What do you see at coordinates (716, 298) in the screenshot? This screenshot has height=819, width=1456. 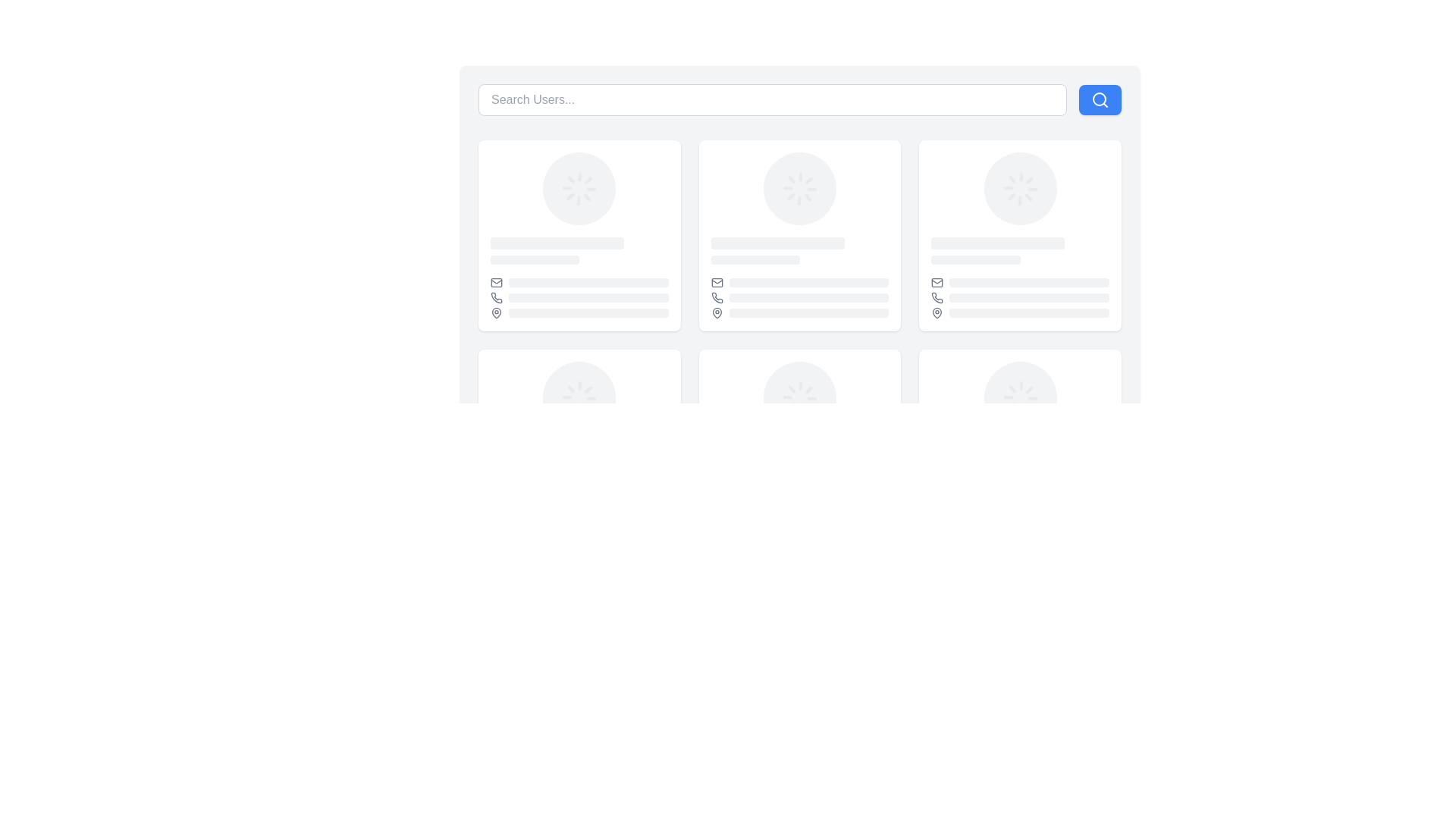 I see `the gray phone icon located in the second card of the contact information section, positioned between the email icon above and the location icon below` at bounding box center [716, 298].